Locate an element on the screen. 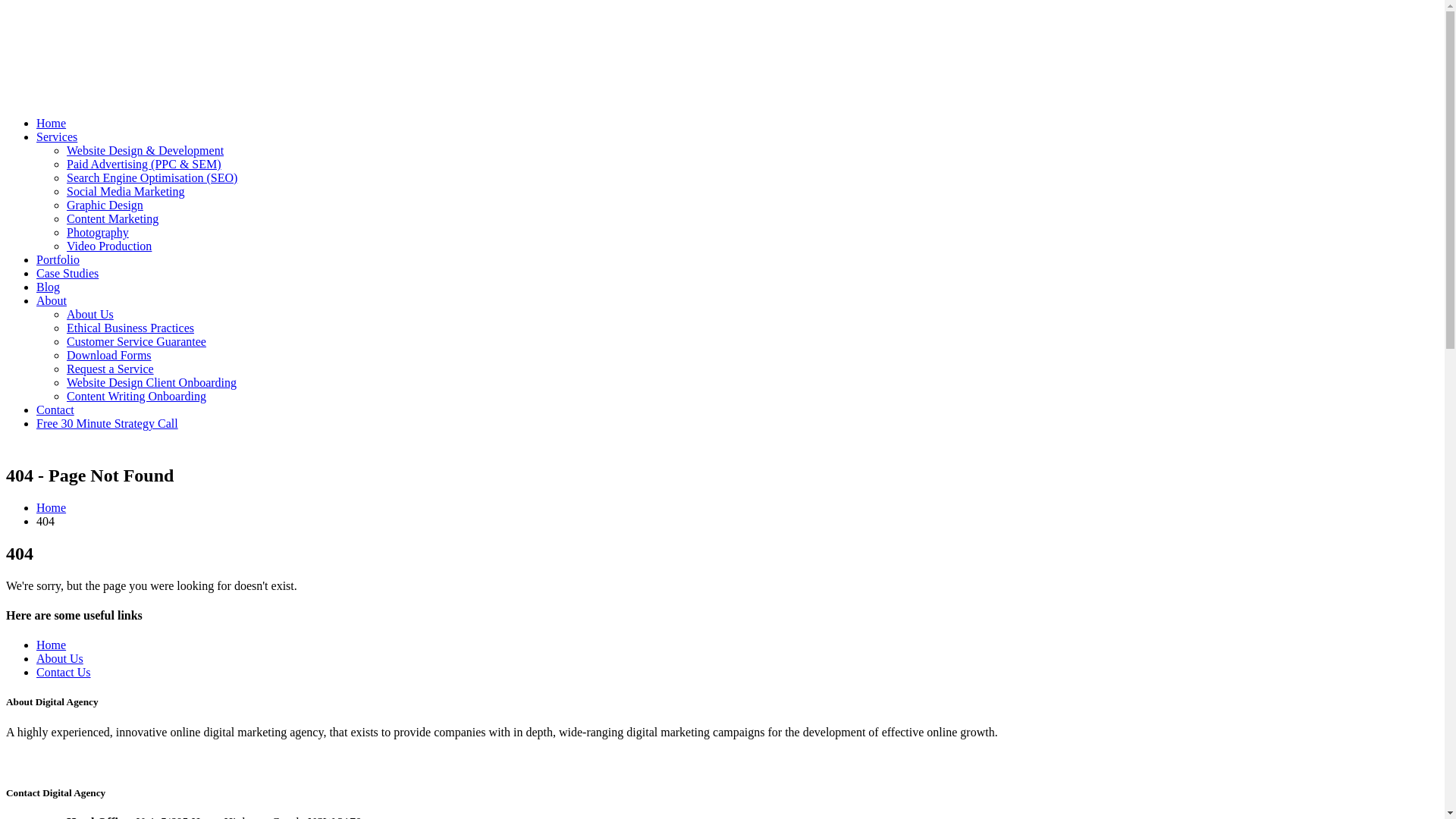  'Website Design & Development' is located at coordinates (65, 150).